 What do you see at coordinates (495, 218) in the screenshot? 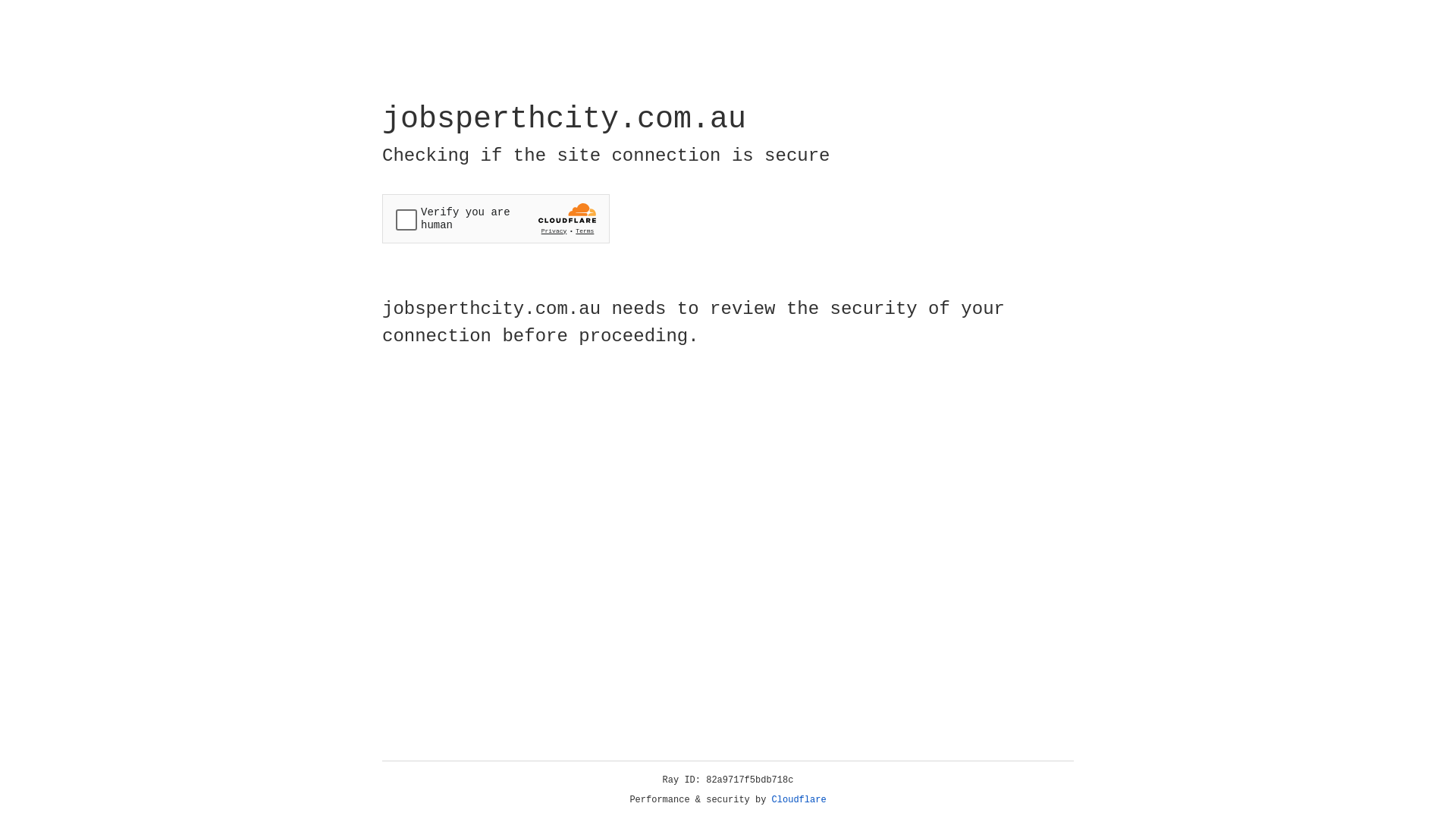
I see `'Widget containing a Cloudflare security challenge'` at bounding box center [495, 218].